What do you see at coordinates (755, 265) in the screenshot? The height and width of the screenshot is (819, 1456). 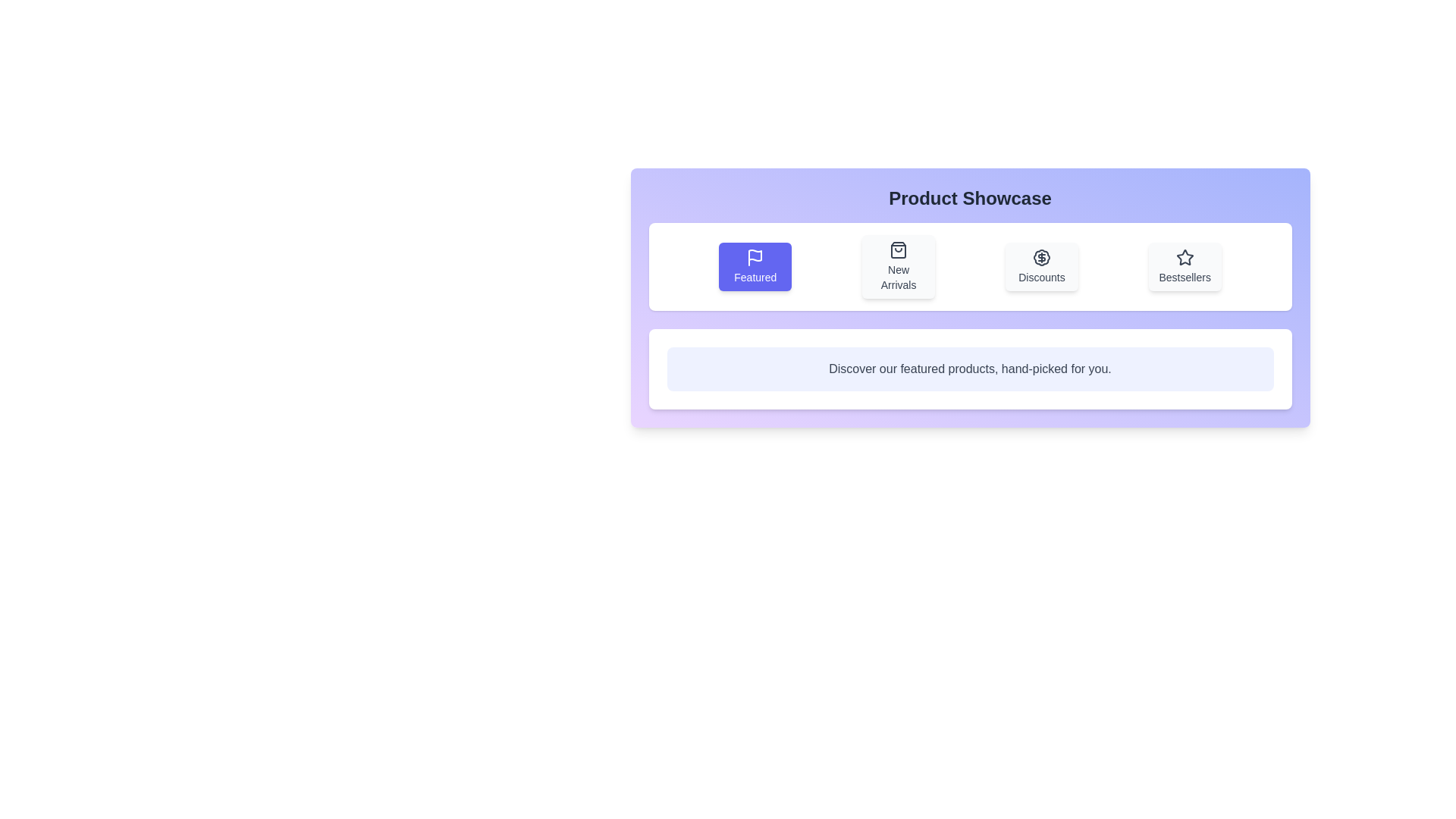 I see `the 'Featured' button` at bounding box center [755, 265].